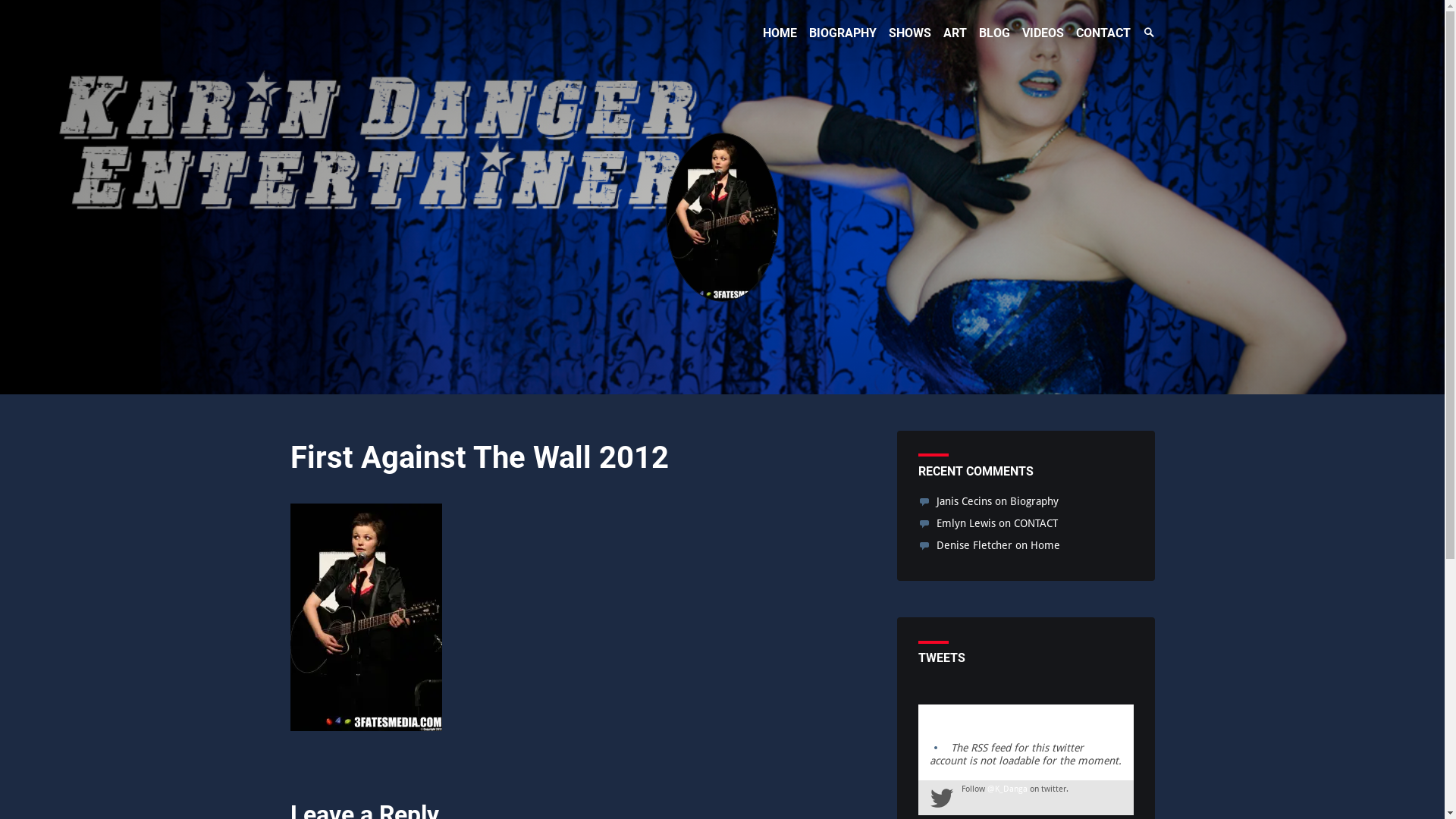  What do you see at coordinates (841, 33) in the screenshot?
I see `'BIOGRAPHY'` at bounding box center [841, 33].